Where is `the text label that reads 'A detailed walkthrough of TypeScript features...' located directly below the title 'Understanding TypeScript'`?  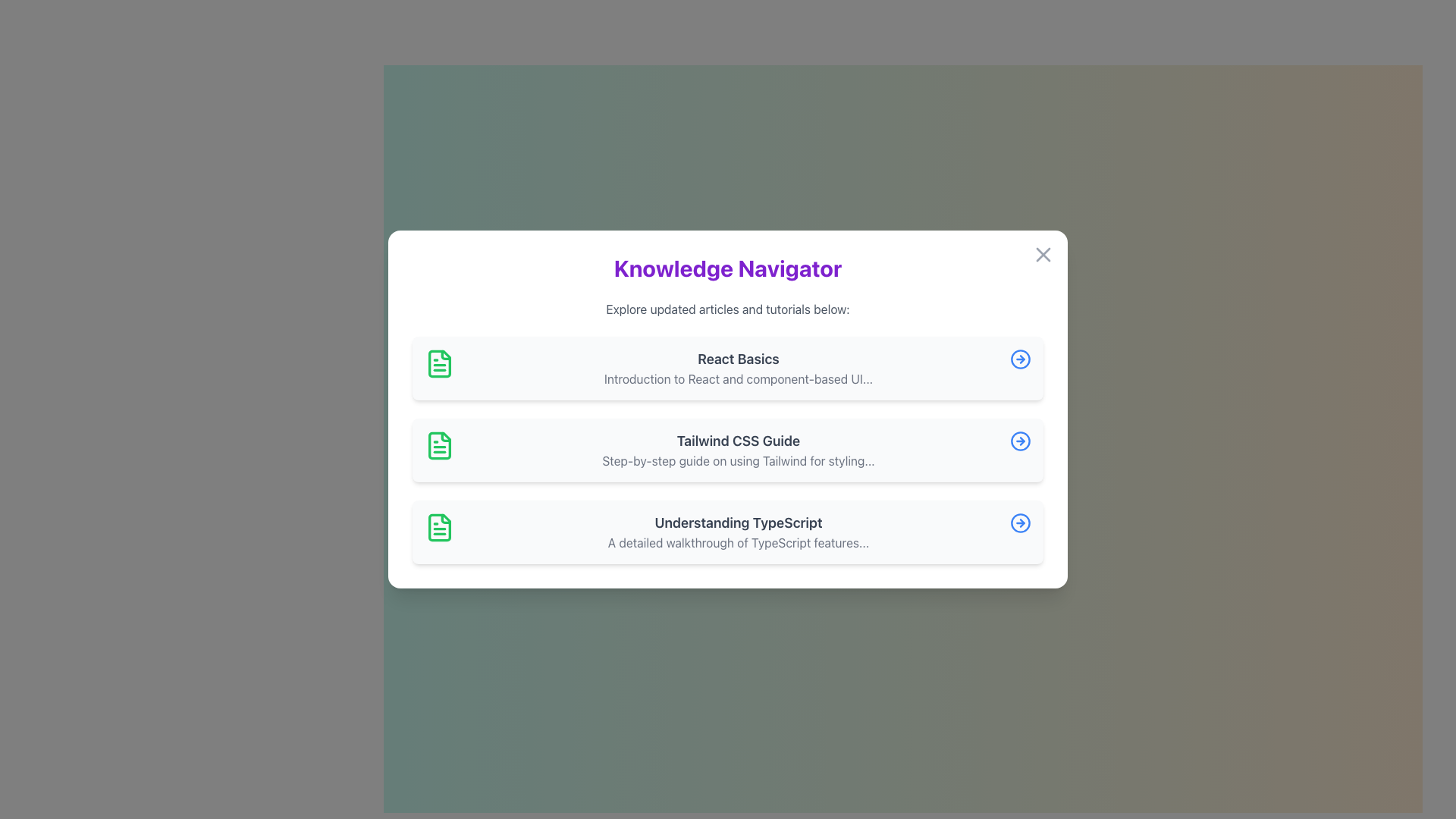
the text label that reads 'A detailed walkthrough of TypeScript features...' located directly below the title 'Understanding TypeScript' is located at coordinates (739, 542).